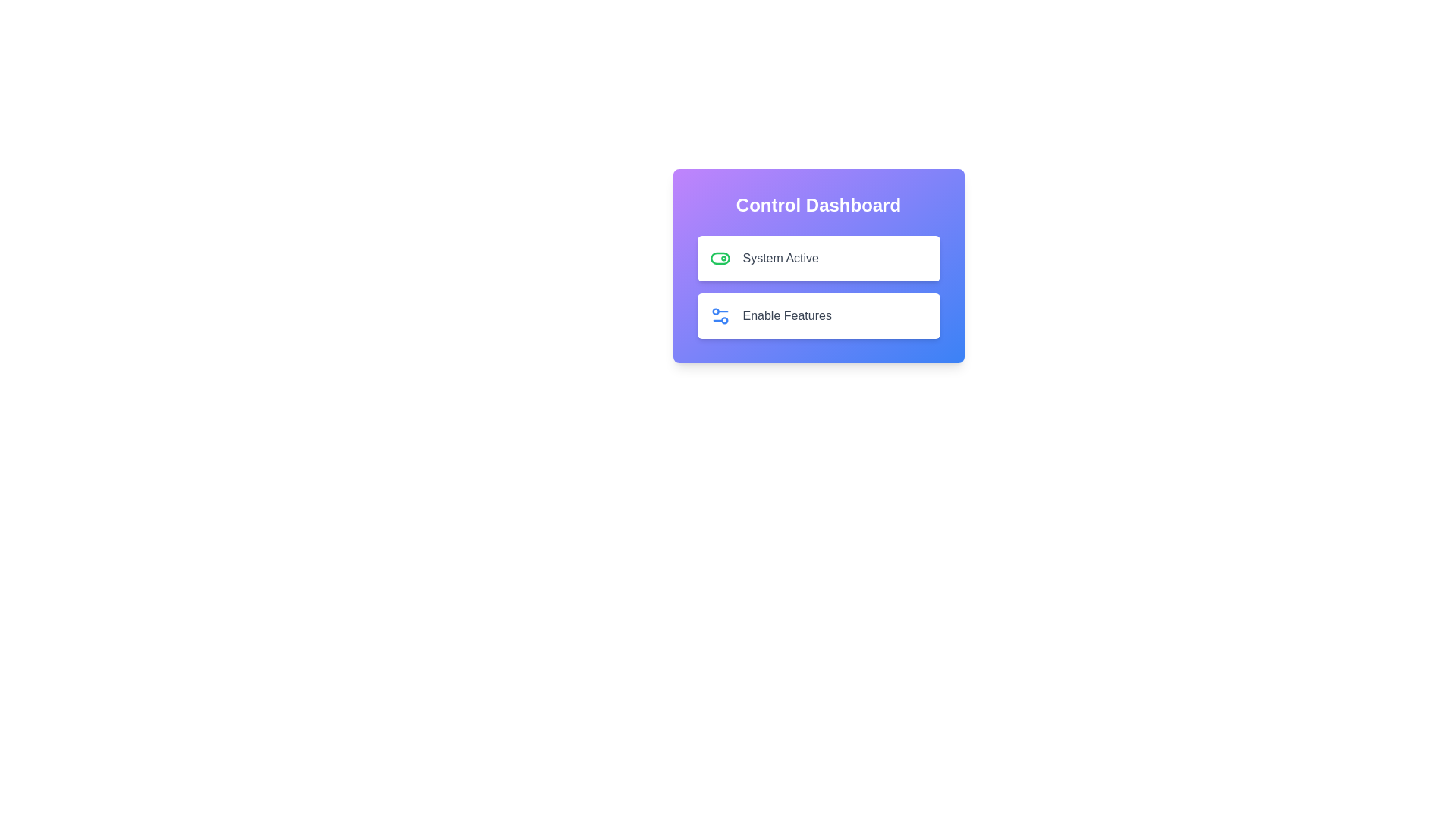 This screenshot has width=1456, height=819. I want to click on icon next to 'Enable Features' to toggle the feature enablement, so click(719, 315).